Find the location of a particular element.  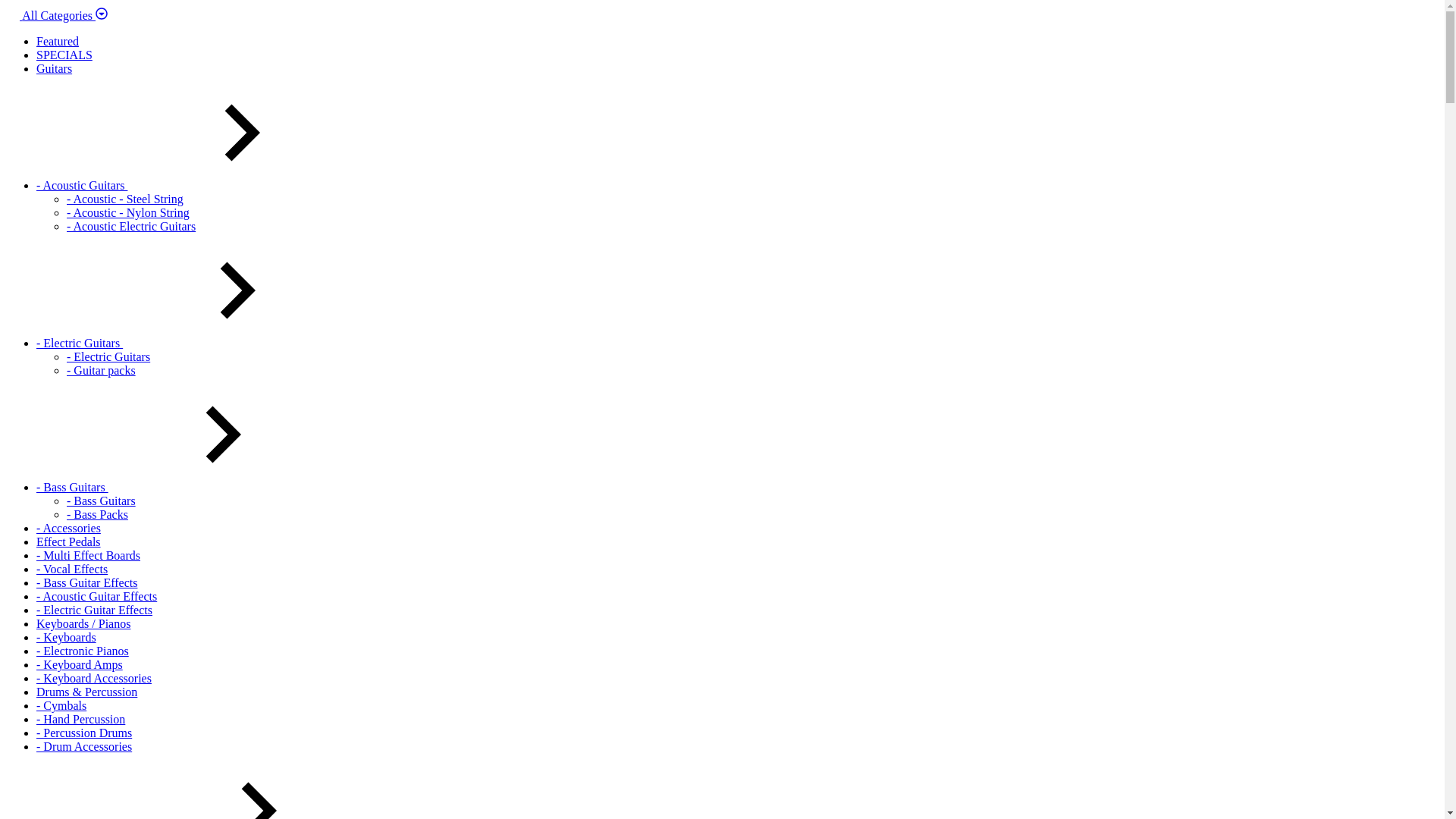

'- Drum Accessories' is located at coordinates (36, 745).